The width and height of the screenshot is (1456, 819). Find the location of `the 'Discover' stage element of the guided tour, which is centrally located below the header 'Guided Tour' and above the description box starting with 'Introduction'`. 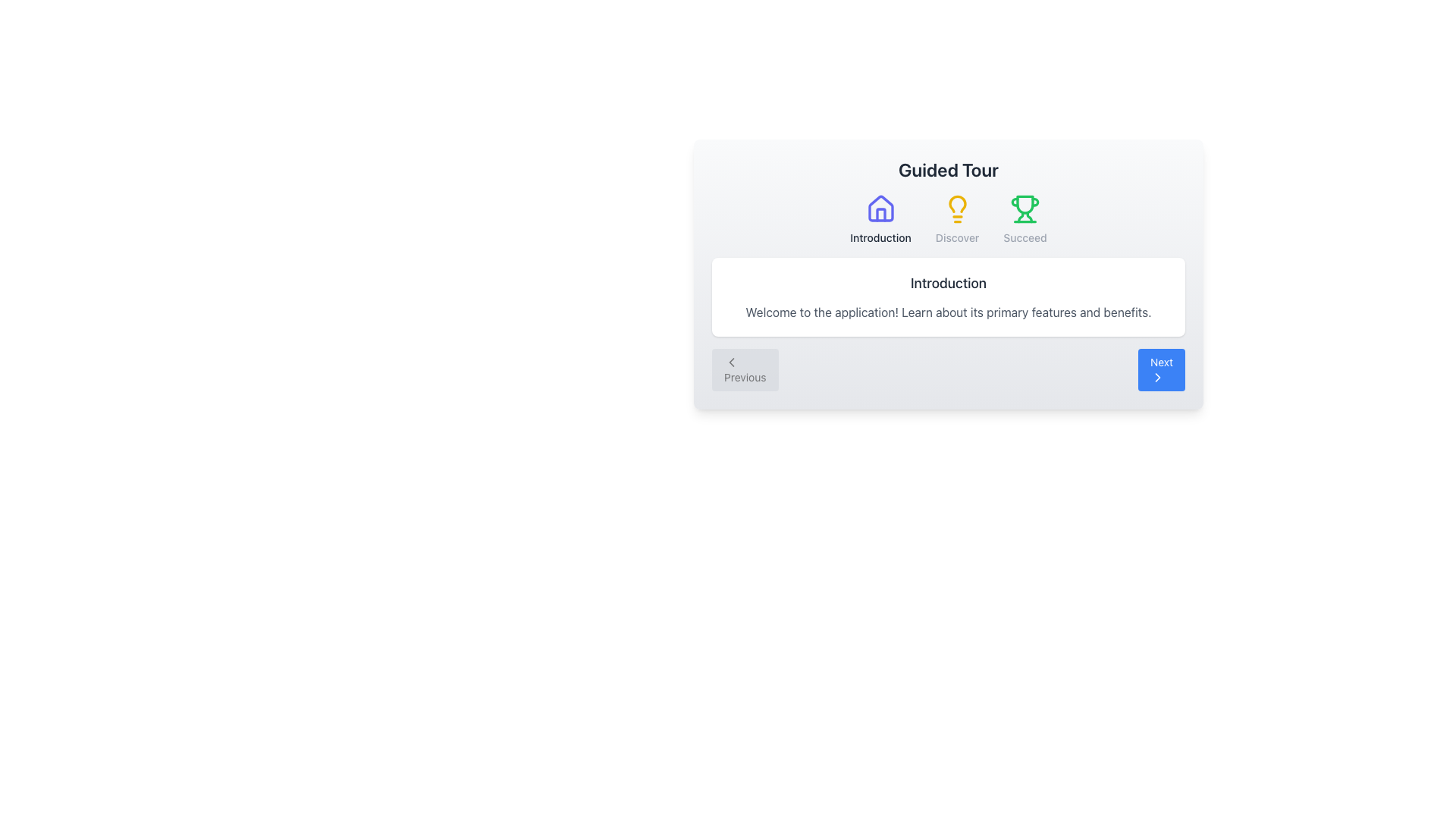

the 'Discover' stage element of the guided tour, which is centrally located below the header 'Guided Tour' and above the description box starting with 'Introduction' is located at coordinates (948, 219).